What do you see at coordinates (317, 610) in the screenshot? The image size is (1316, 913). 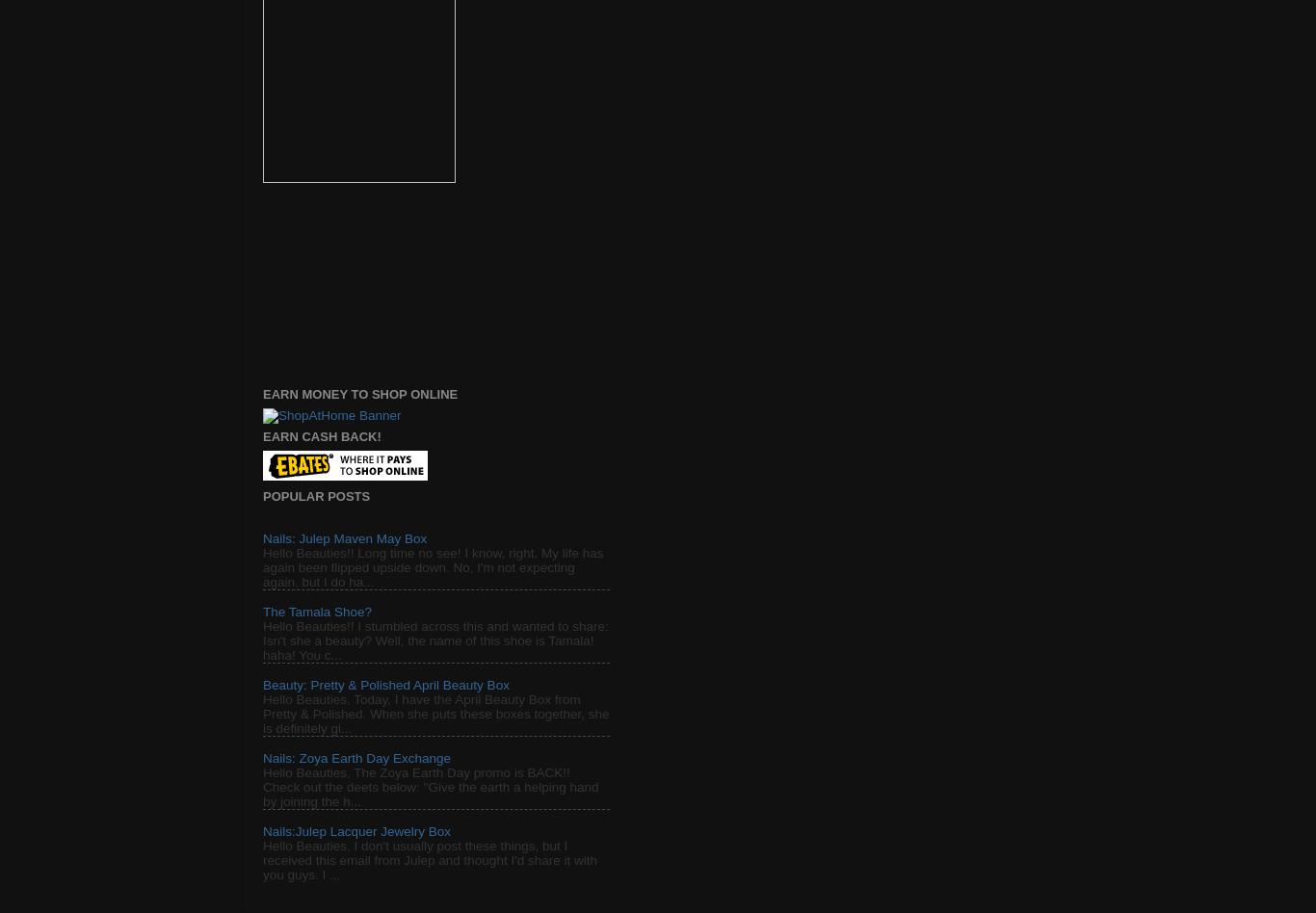 I see `'The Tamala Shoe?'` at bounding box center [317, 610].